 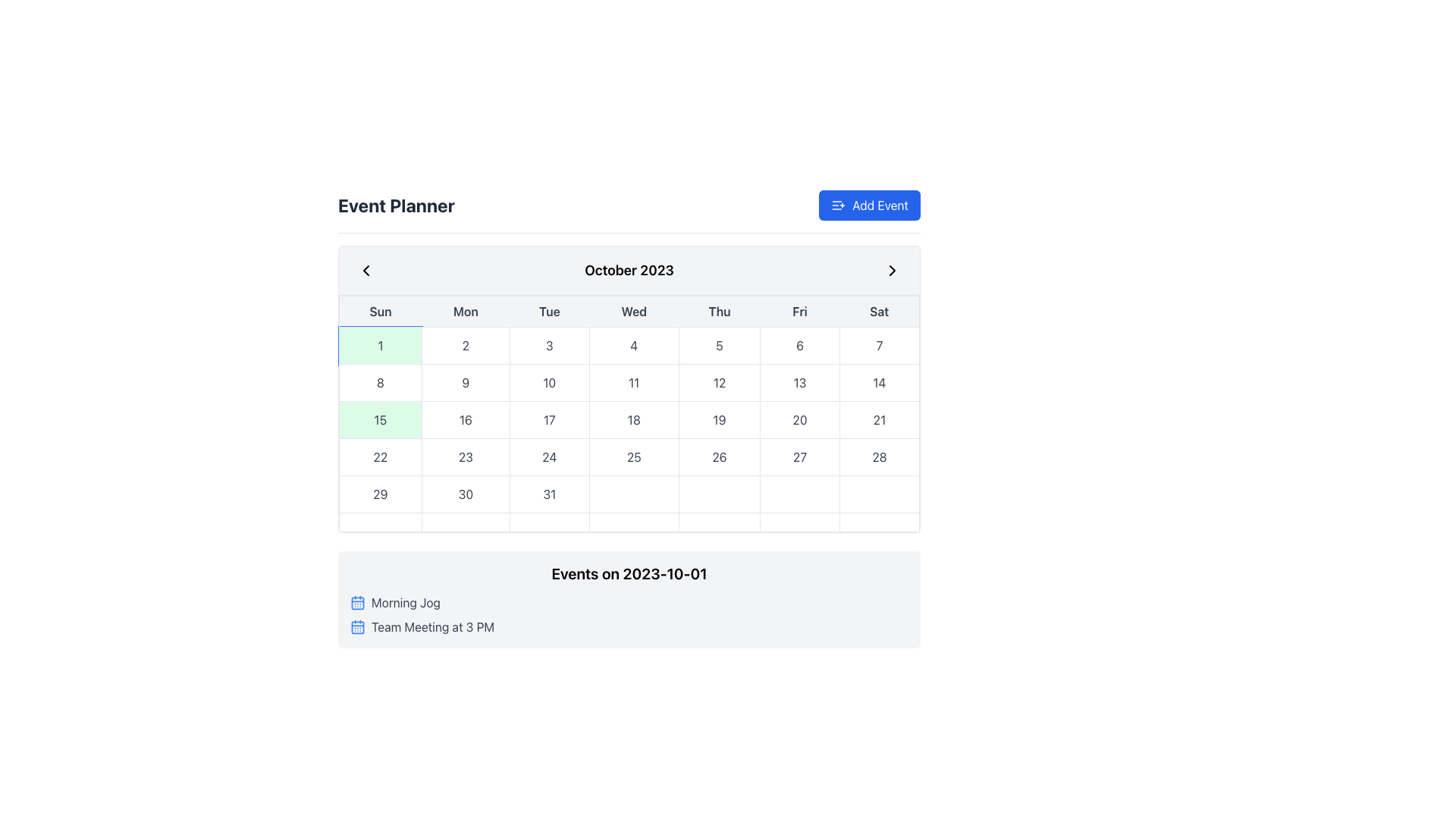 What do you see at coordinates (879, 311) in the screenshot?
I see `the label displaying 'Sat', which is styled with a bold font and light gray background, located in the top-right corner of the days of the week above the Saturday column in the calendar grid` at bounding box center [879, 311].